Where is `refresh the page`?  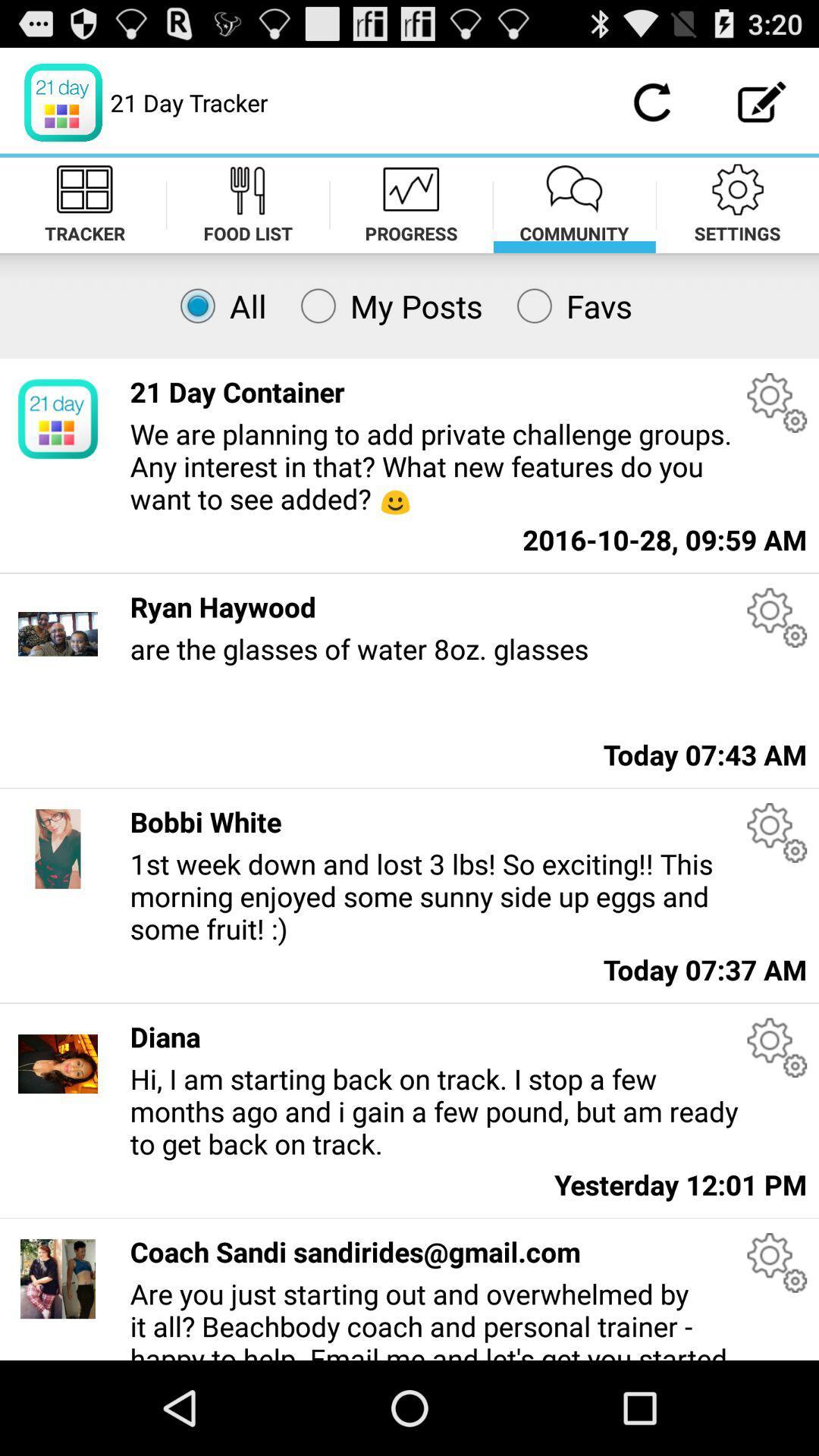
refresh the page is located at coordinates (651, 102).